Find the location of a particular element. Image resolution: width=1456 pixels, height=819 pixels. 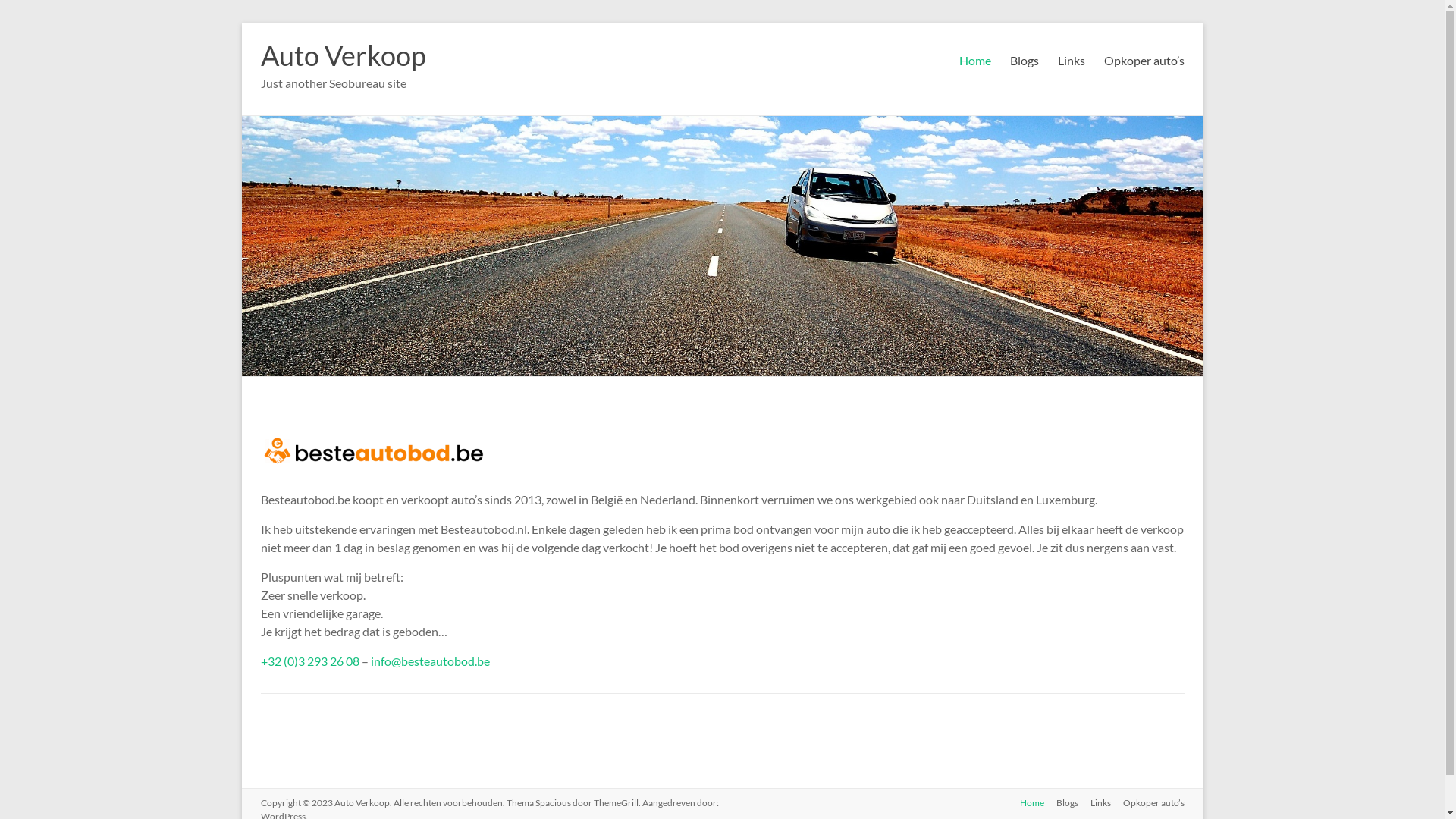

'Auto Verkoop' is located at coordinates (342, 55).